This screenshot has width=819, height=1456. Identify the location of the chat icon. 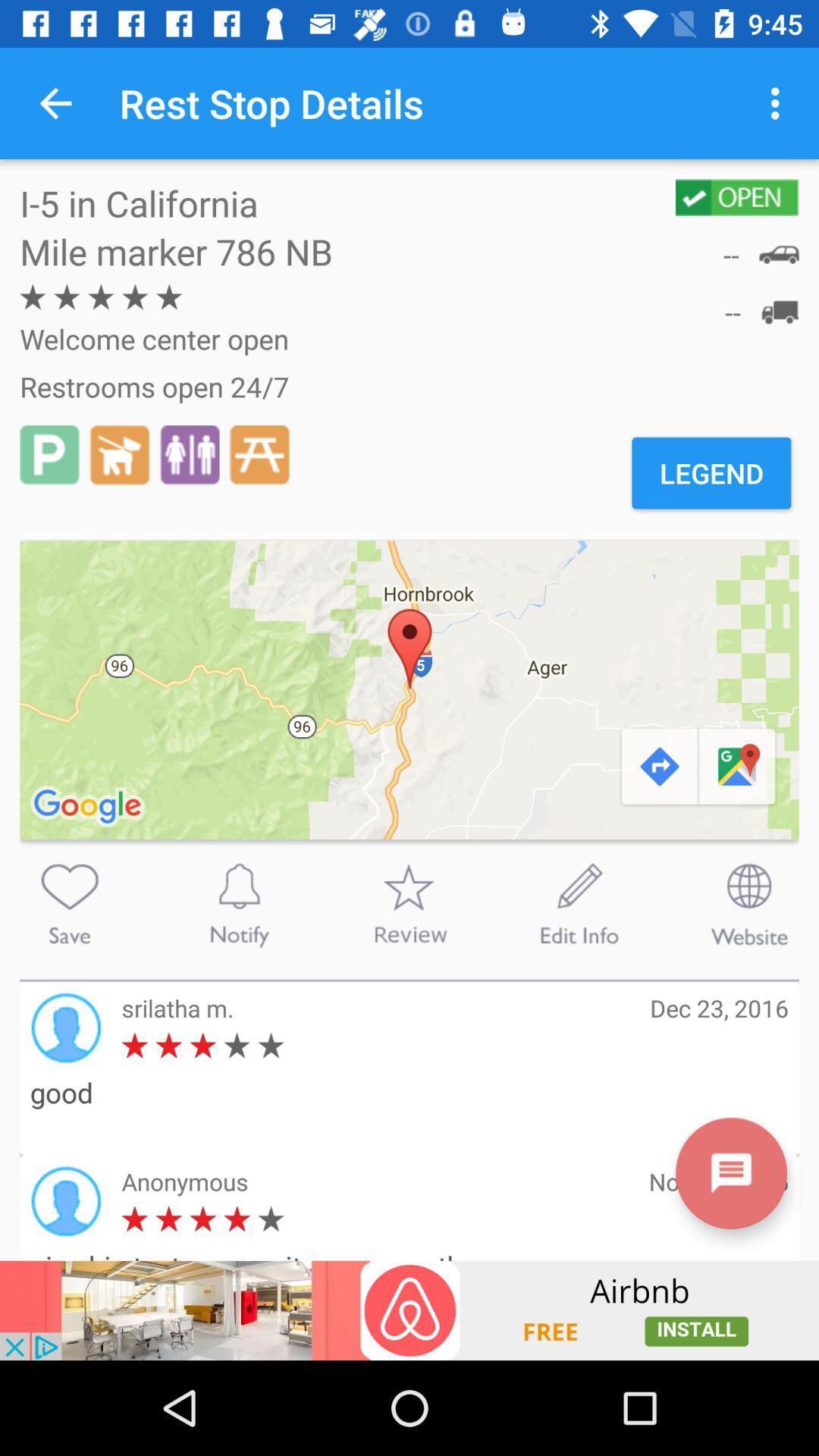
(730, 1172).